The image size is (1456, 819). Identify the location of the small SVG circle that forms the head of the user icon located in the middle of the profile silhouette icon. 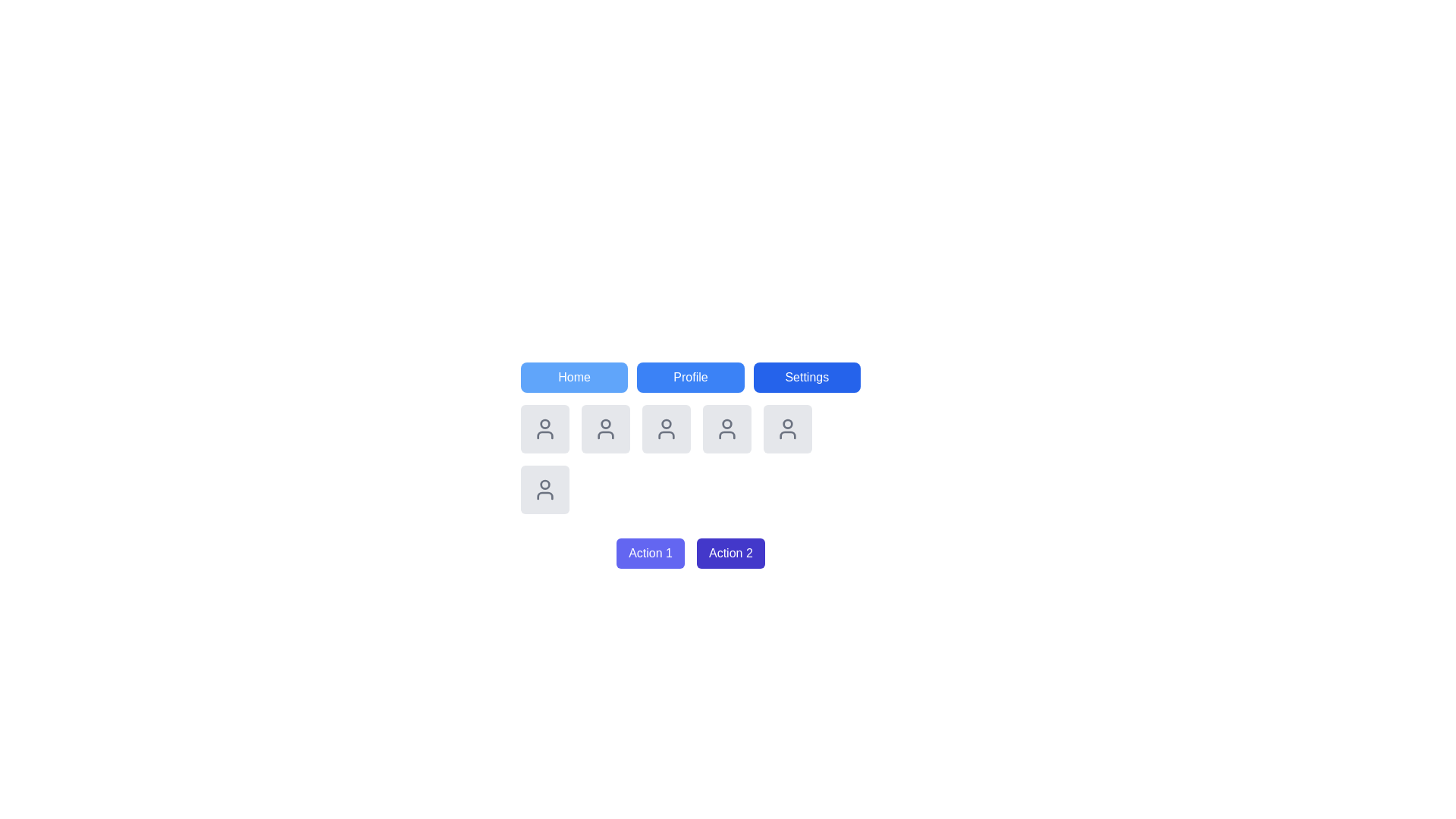
(545, 485).